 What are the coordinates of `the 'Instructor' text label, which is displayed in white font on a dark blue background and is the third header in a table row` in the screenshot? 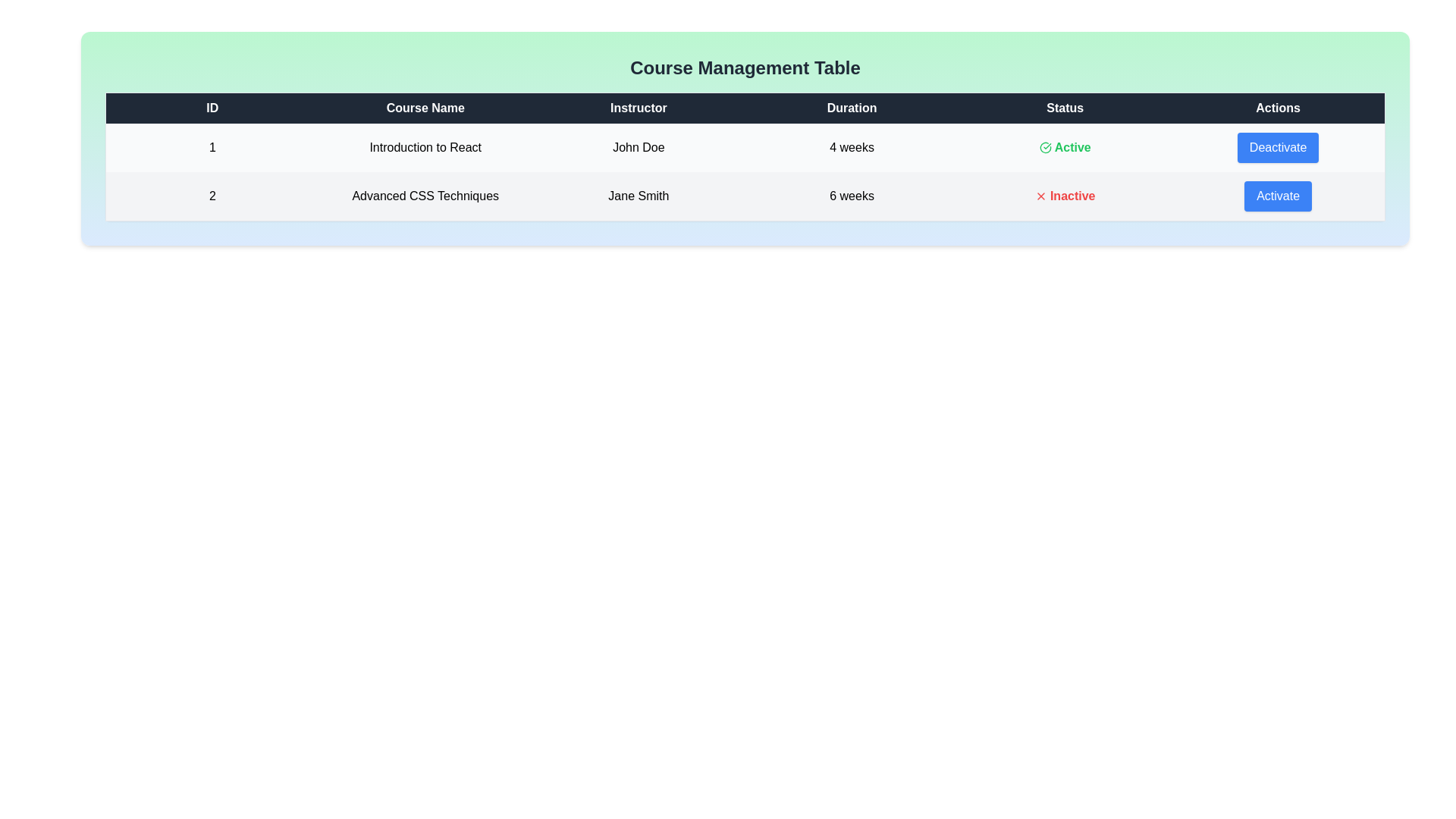 It's located at (639, 107).